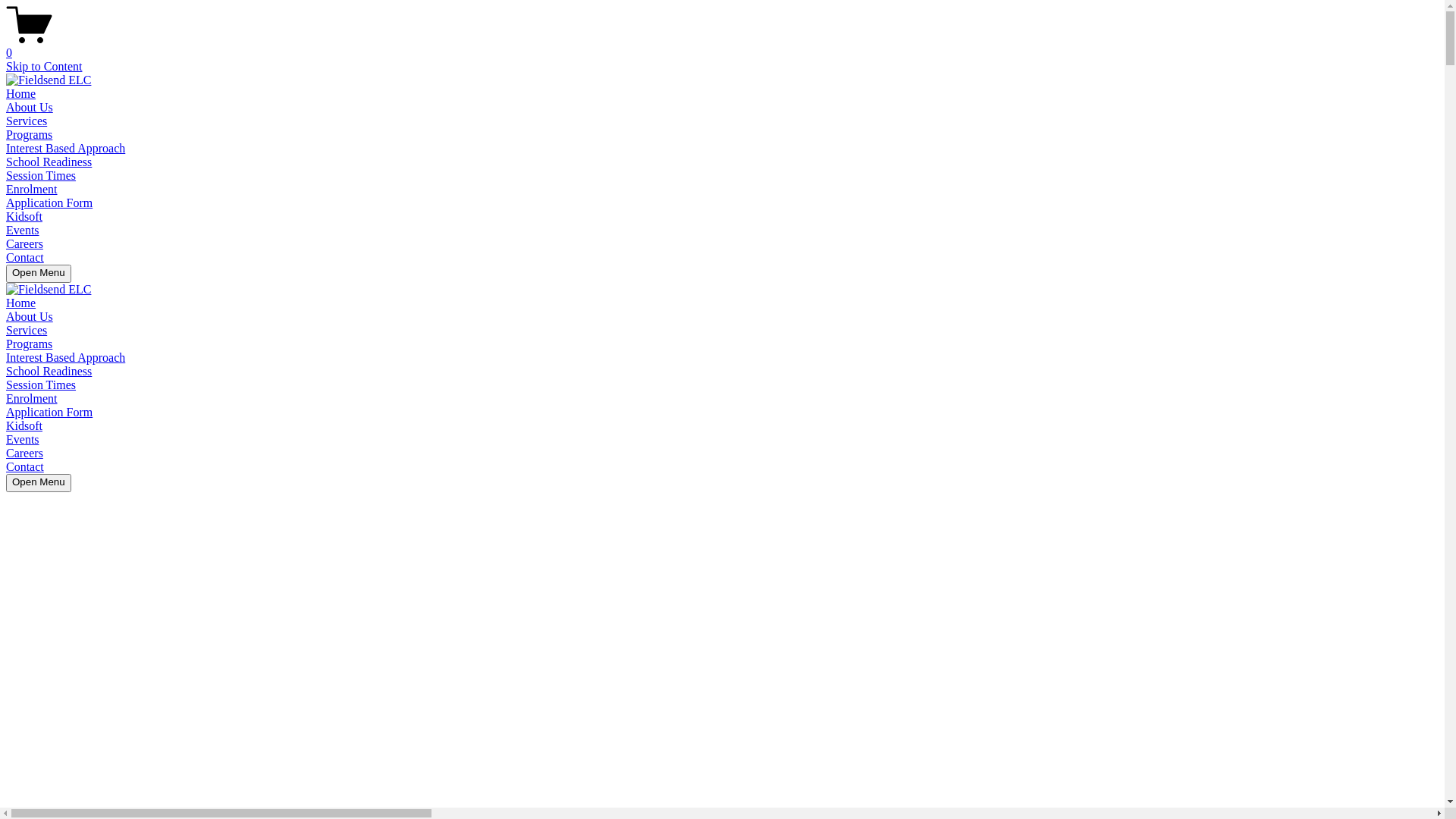  I want to click on 'About Us', so click(29, 106).